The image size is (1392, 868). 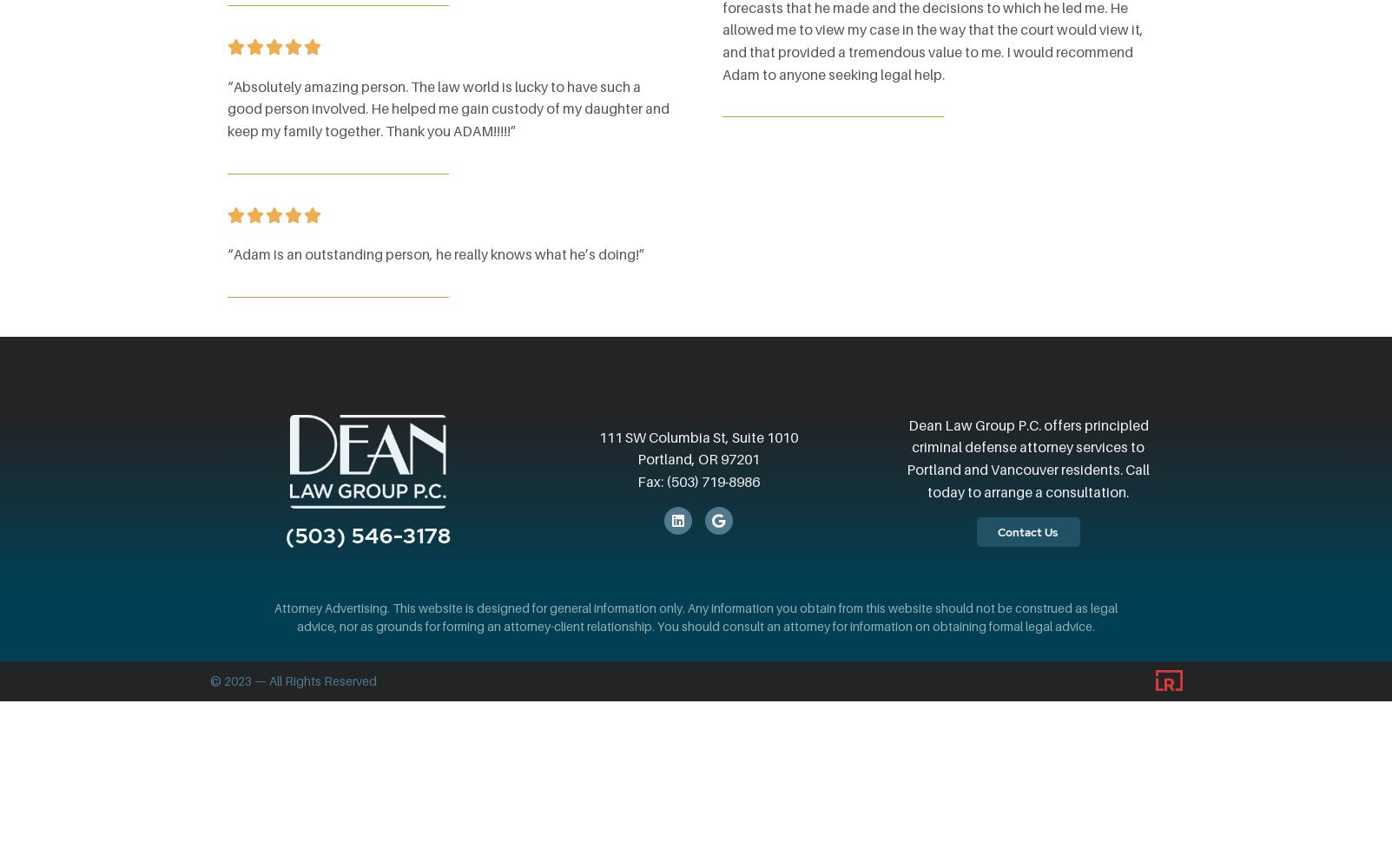 I want to click on 'Fax: (503) 719-8986', so click(x=697, y=481).